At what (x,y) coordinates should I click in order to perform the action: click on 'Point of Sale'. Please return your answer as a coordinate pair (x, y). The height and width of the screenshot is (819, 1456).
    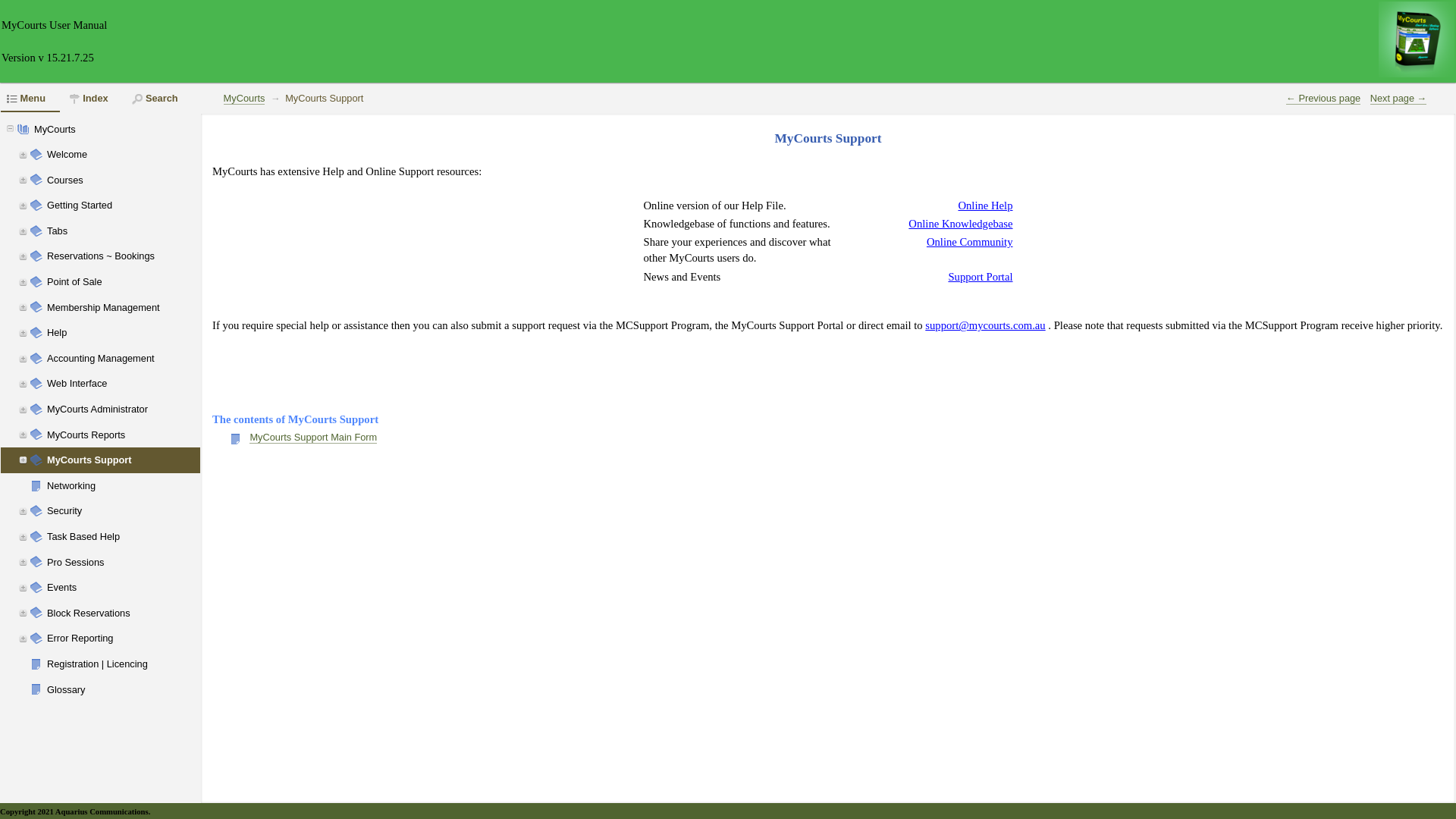
    Looking at the image, I should click on (143, 281).